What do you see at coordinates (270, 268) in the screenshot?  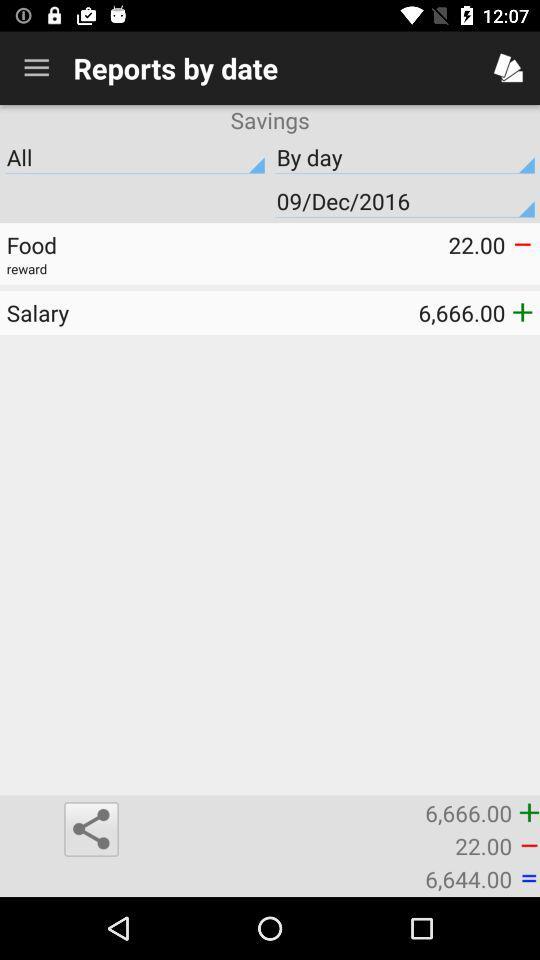 I see `reward item` at bounding box center [270, 268].